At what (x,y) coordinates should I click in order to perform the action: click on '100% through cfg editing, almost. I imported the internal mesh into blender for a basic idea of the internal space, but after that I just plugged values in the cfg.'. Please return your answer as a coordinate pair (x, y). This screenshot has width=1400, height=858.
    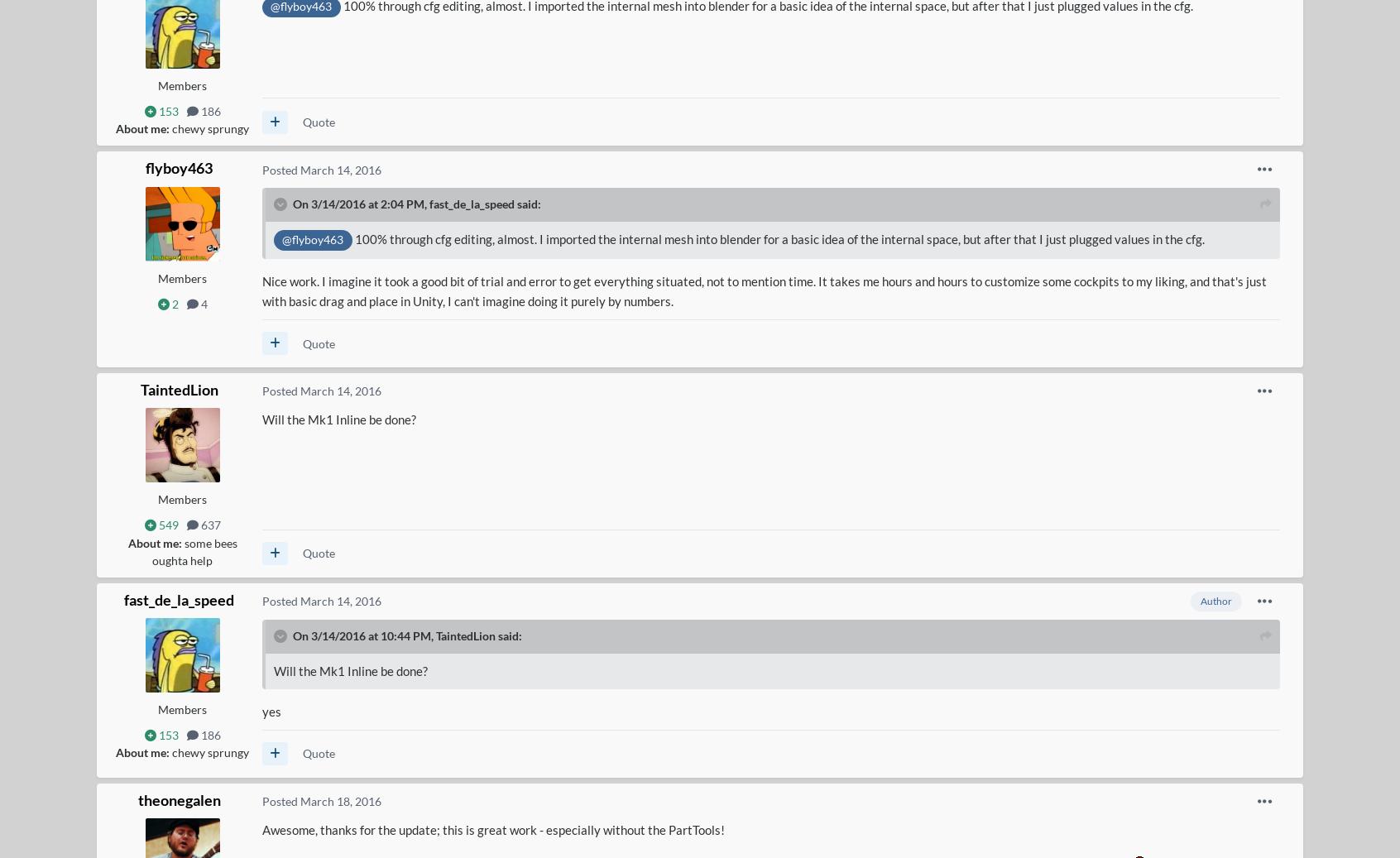
    Looking at the image, I should click on (778, 237).